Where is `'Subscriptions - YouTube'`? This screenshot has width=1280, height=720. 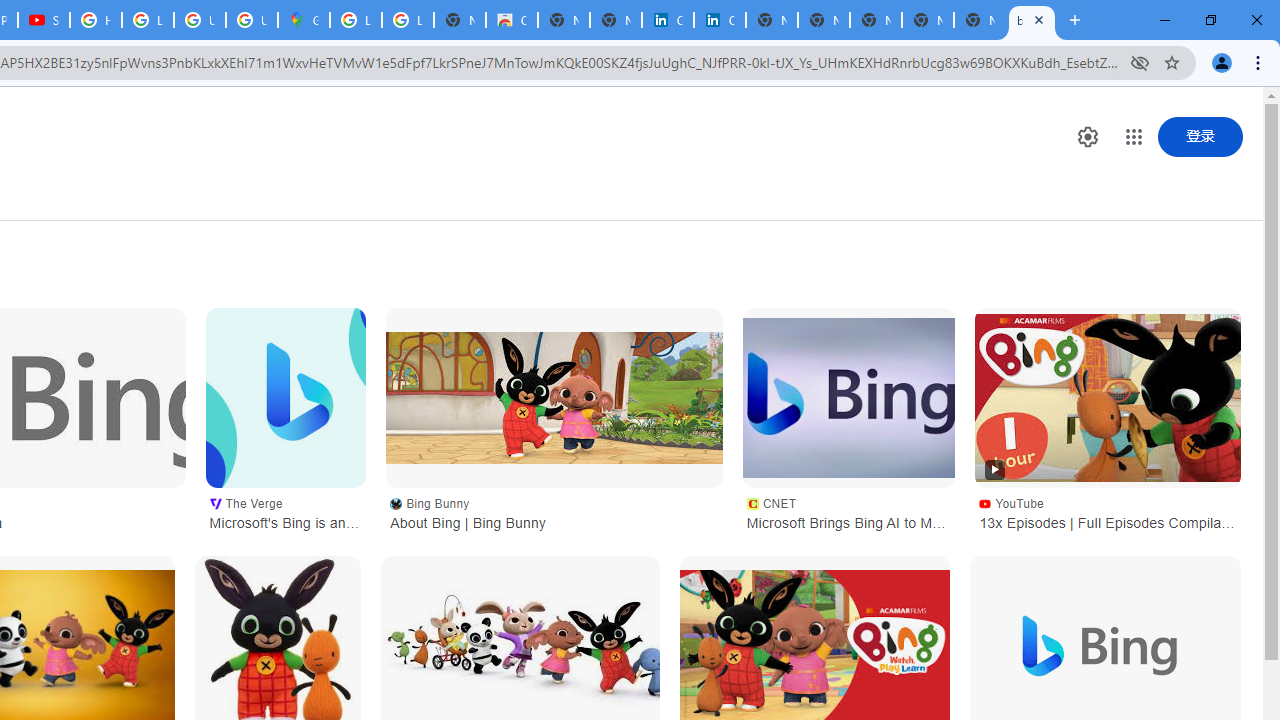
'Subscriptions - YouTube' is located at coordinates (44, 20).